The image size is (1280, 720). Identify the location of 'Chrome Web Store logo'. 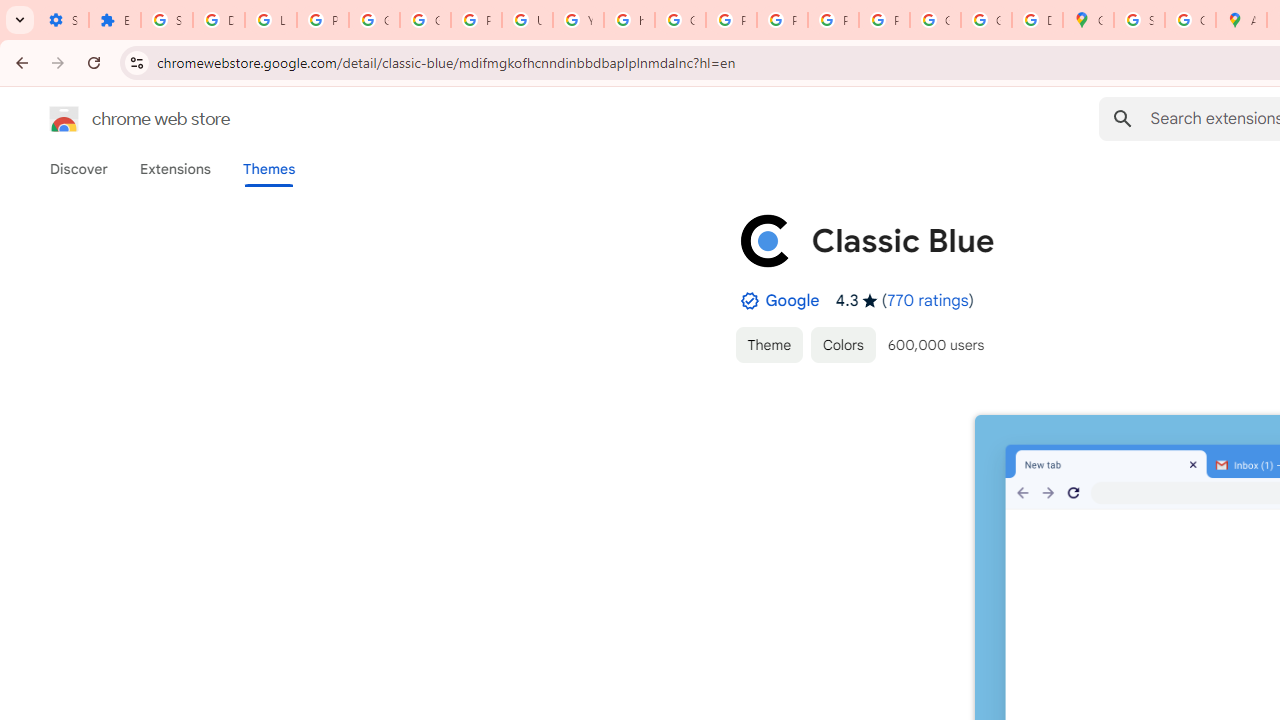
(64, 119).